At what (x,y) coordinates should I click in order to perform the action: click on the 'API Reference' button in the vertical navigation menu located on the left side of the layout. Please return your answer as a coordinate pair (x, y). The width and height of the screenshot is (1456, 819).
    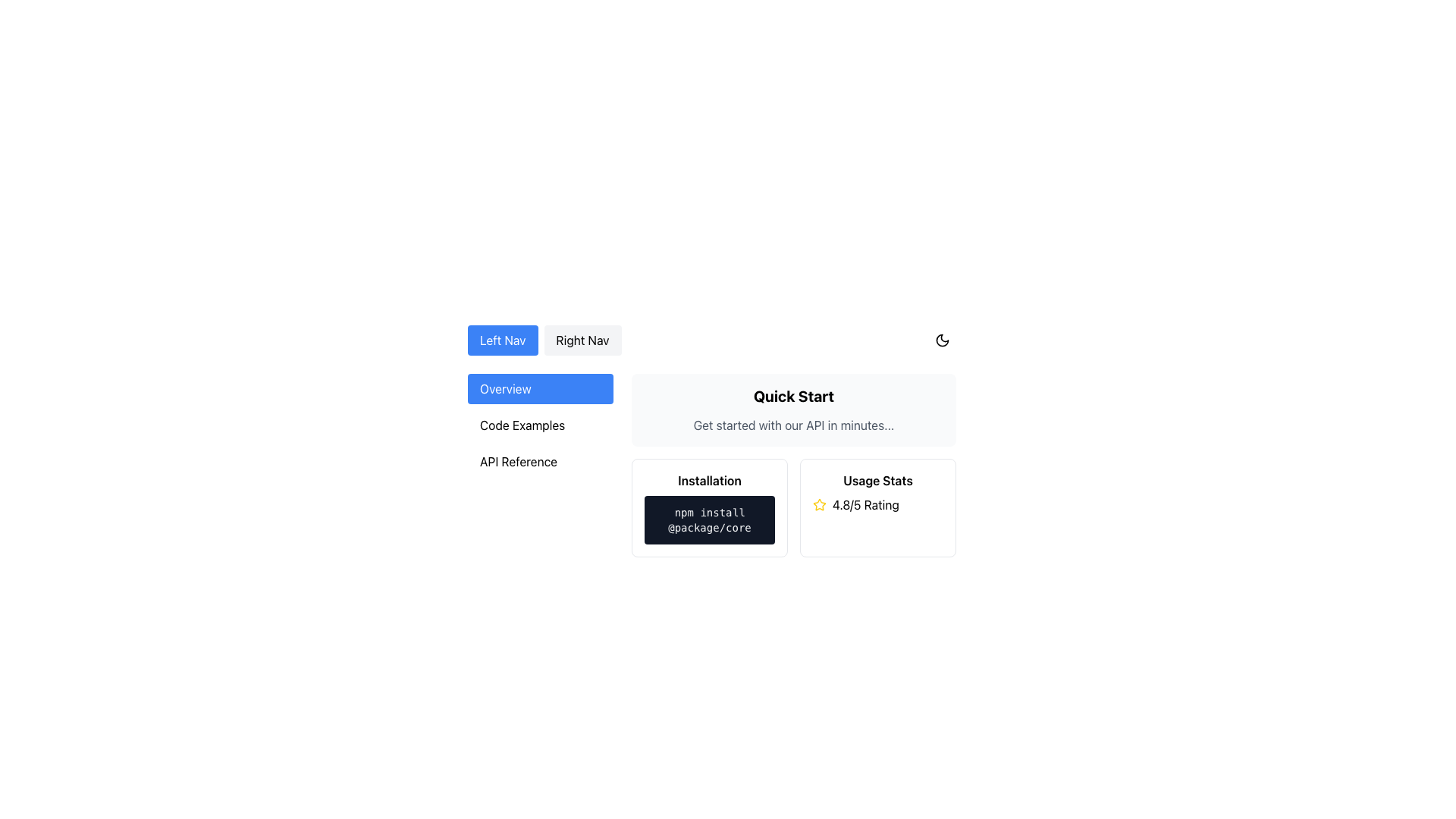
    Looking at the image, I should click on (541, 464).